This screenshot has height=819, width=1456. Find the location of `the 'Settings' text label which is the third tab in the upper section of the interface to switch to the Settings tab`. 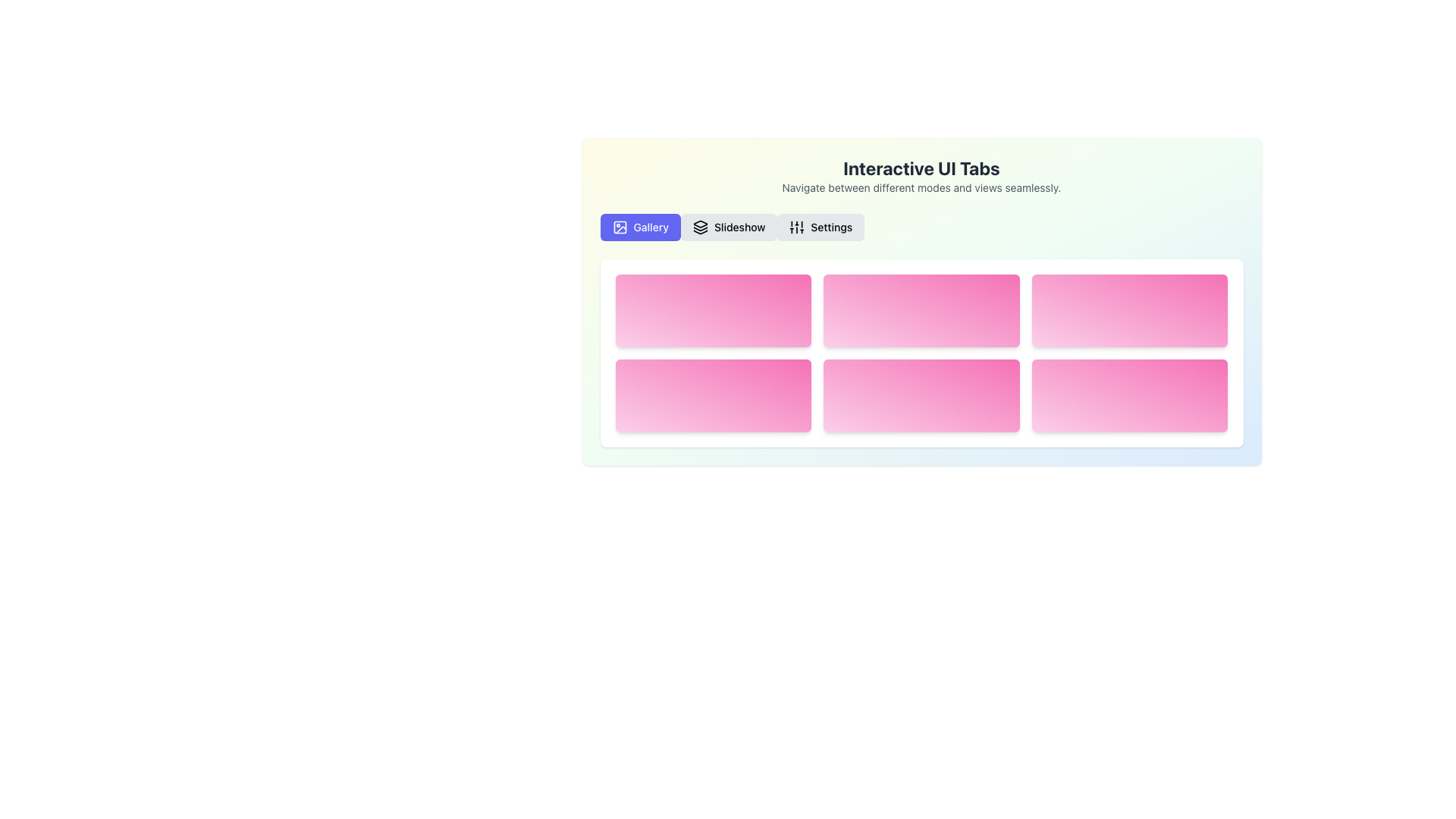

the 'Settings' text label which is the third tab in the upper section of the interface to switch to the Settings tab is located at coordinates (830, 227).